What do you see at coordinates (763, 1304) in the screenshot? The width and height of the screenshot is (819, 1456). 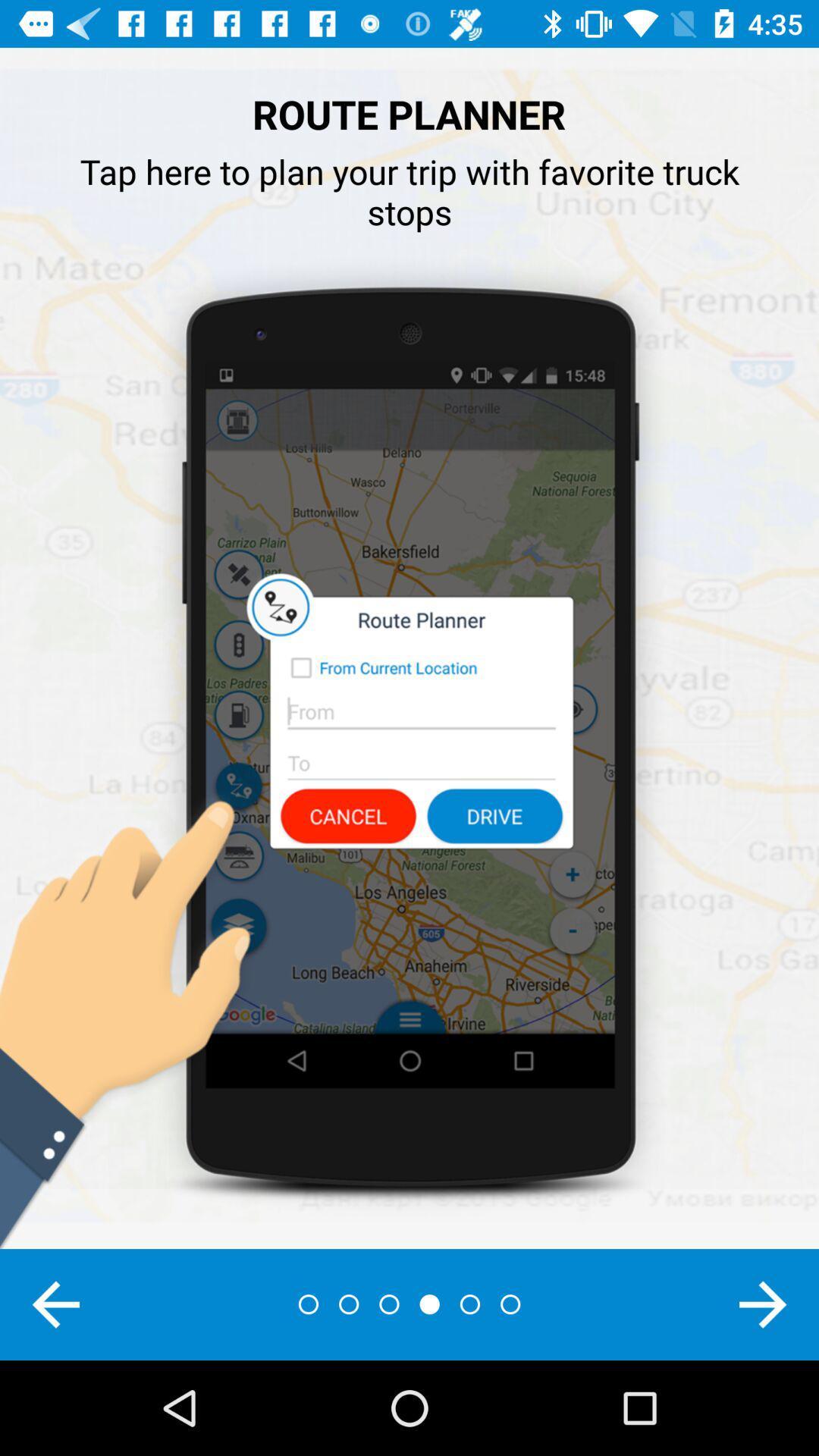 I see `the arrow_forward icon` at bounding box center [763, 1304].